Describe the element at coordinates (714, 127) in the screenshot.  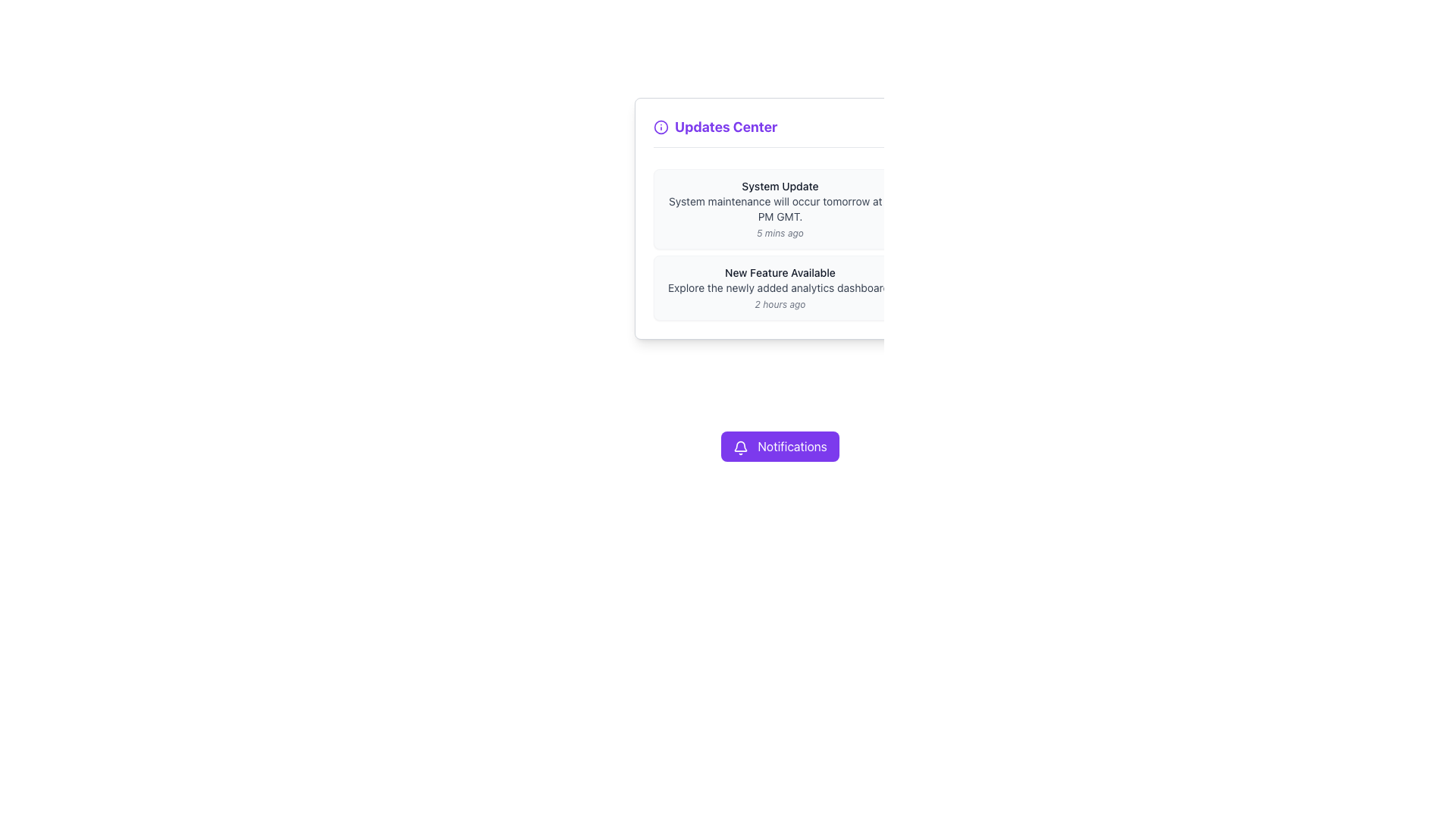
I see `the 'Updates Center' text label located at the top-left section of the notifications panel, which serves as a heading for the notifications` at that location.